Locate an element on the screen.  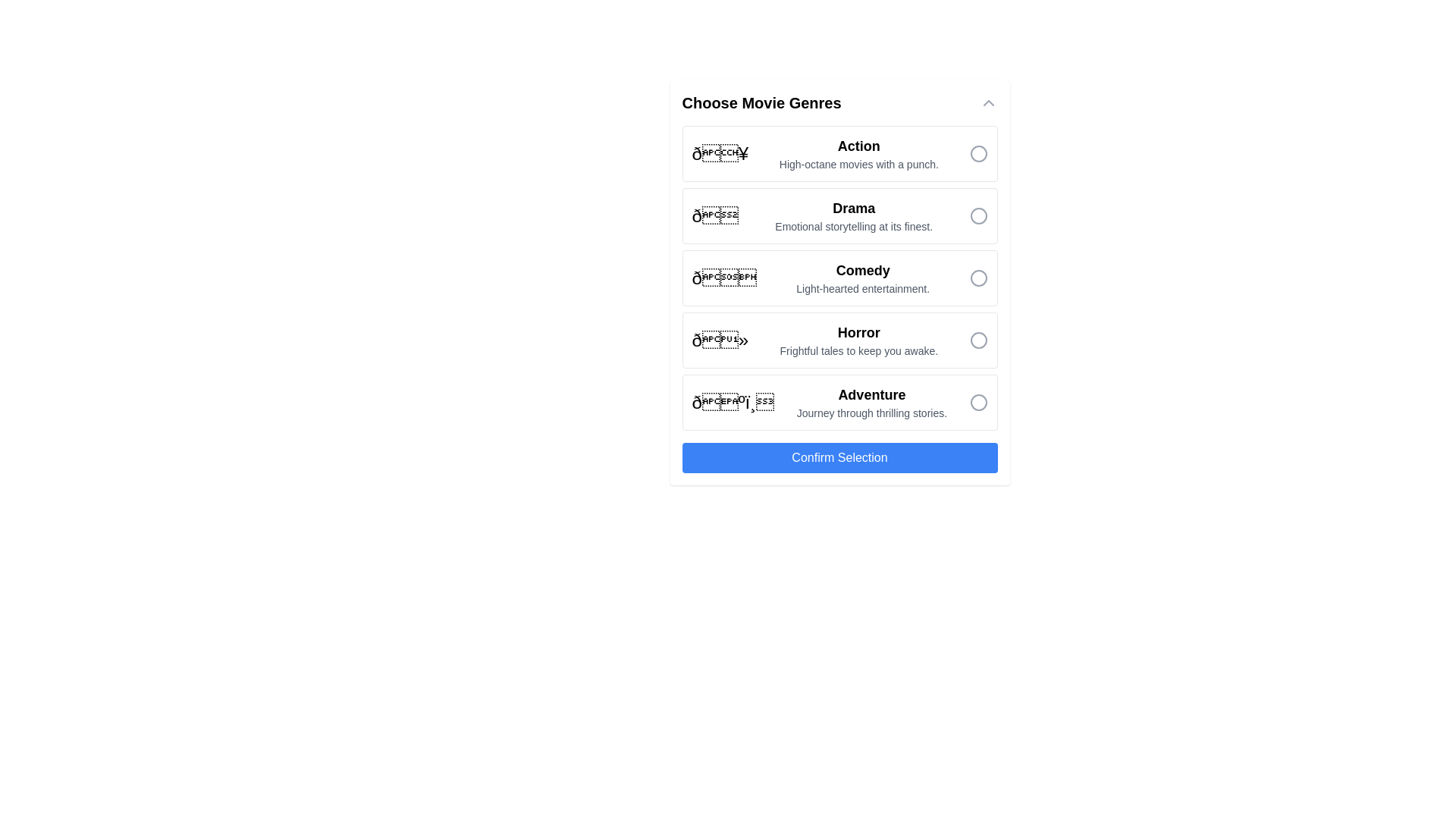
the text label that reads 'Choose Movie Genres', which is prominently displayed in bold, large black font on a white background, located centrally above a list of selectable movie genres is located at coordinates (761, 102).